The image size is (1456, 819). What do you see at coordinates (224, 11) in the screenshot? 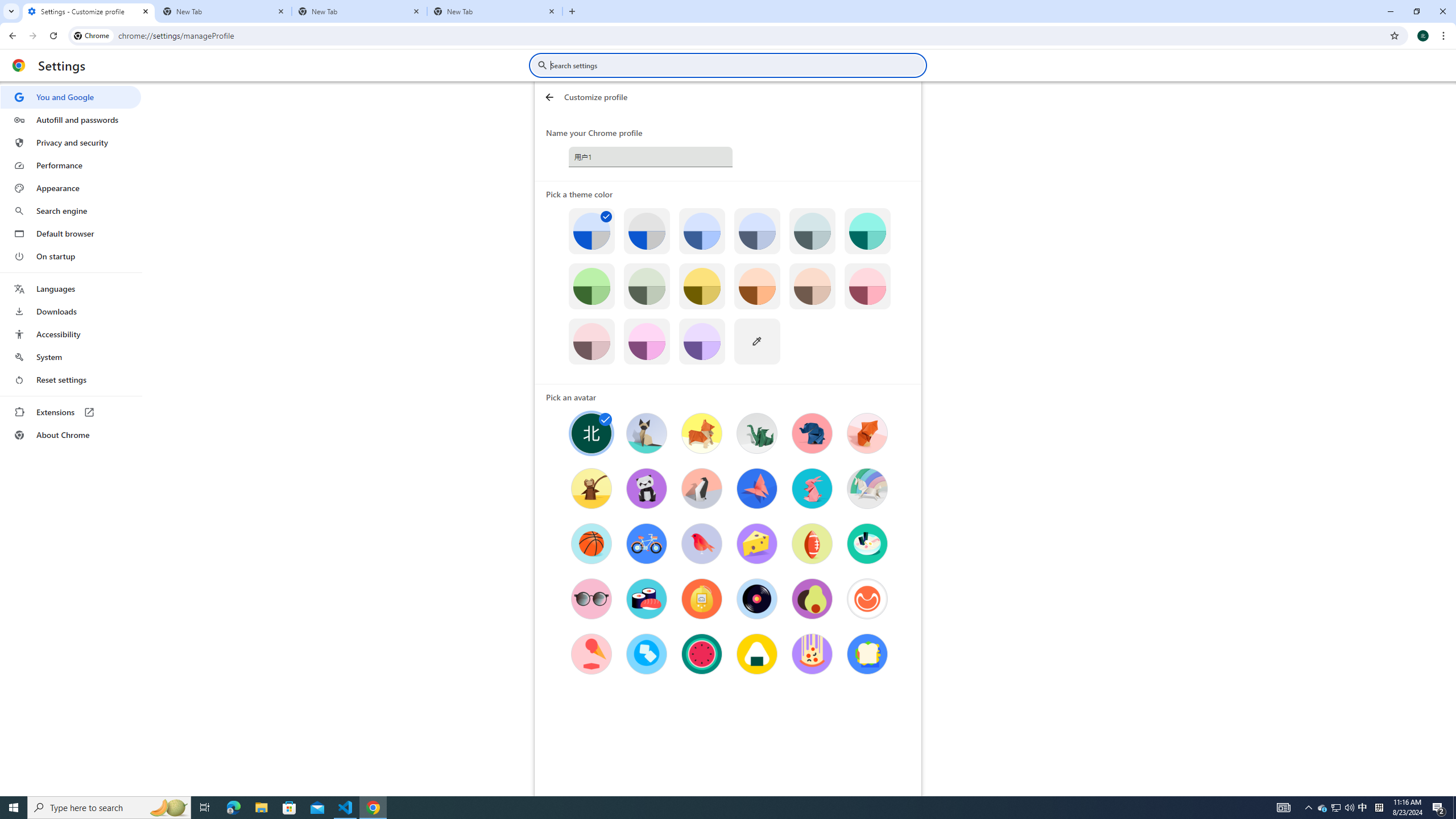
I see `'New Tab'` at bounding box center [224, 11].